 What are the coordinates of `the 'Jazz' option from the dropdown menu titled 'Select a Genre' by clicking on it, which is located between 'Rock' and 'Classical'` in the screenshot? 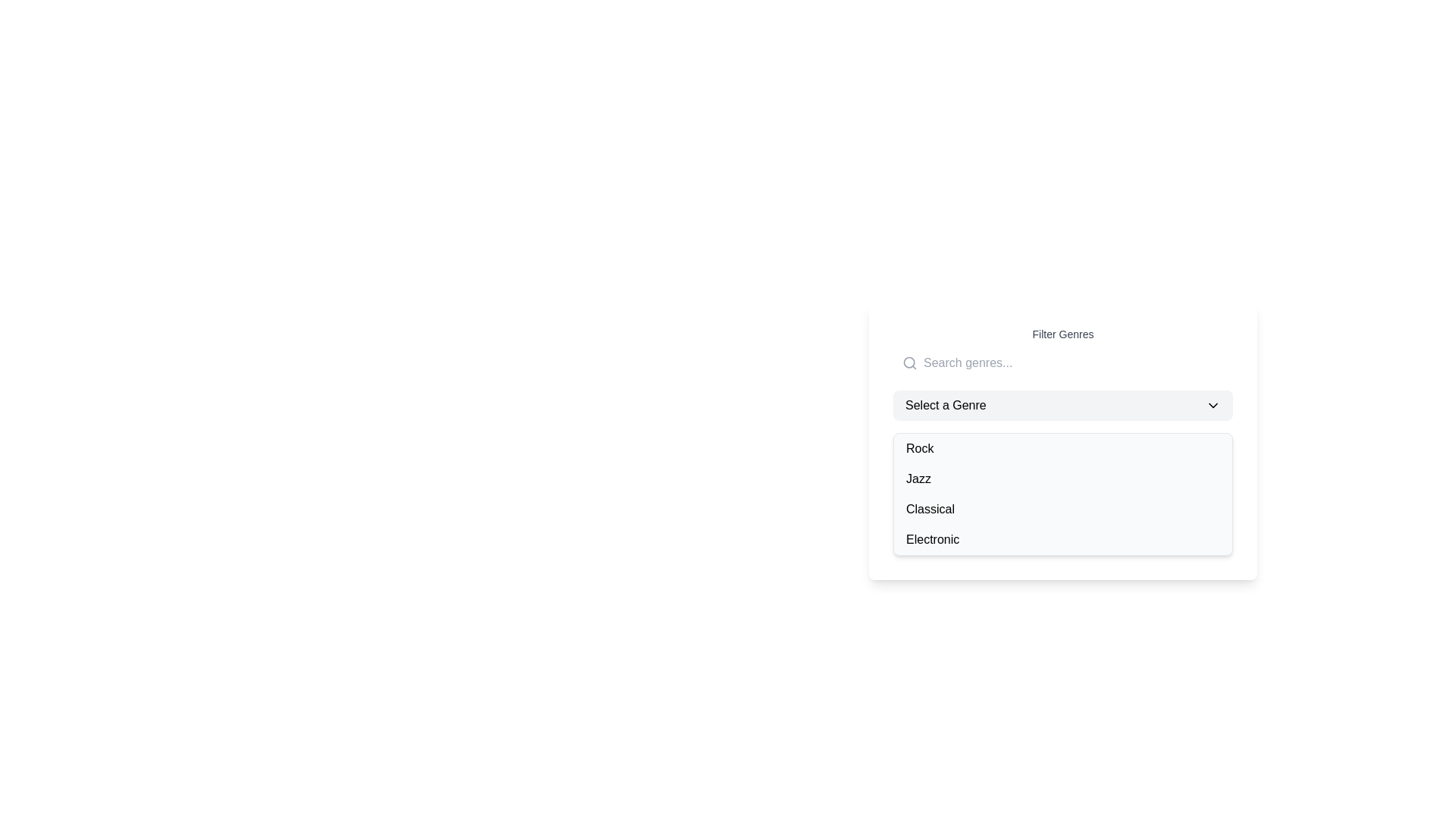 It's located at (918, 479).